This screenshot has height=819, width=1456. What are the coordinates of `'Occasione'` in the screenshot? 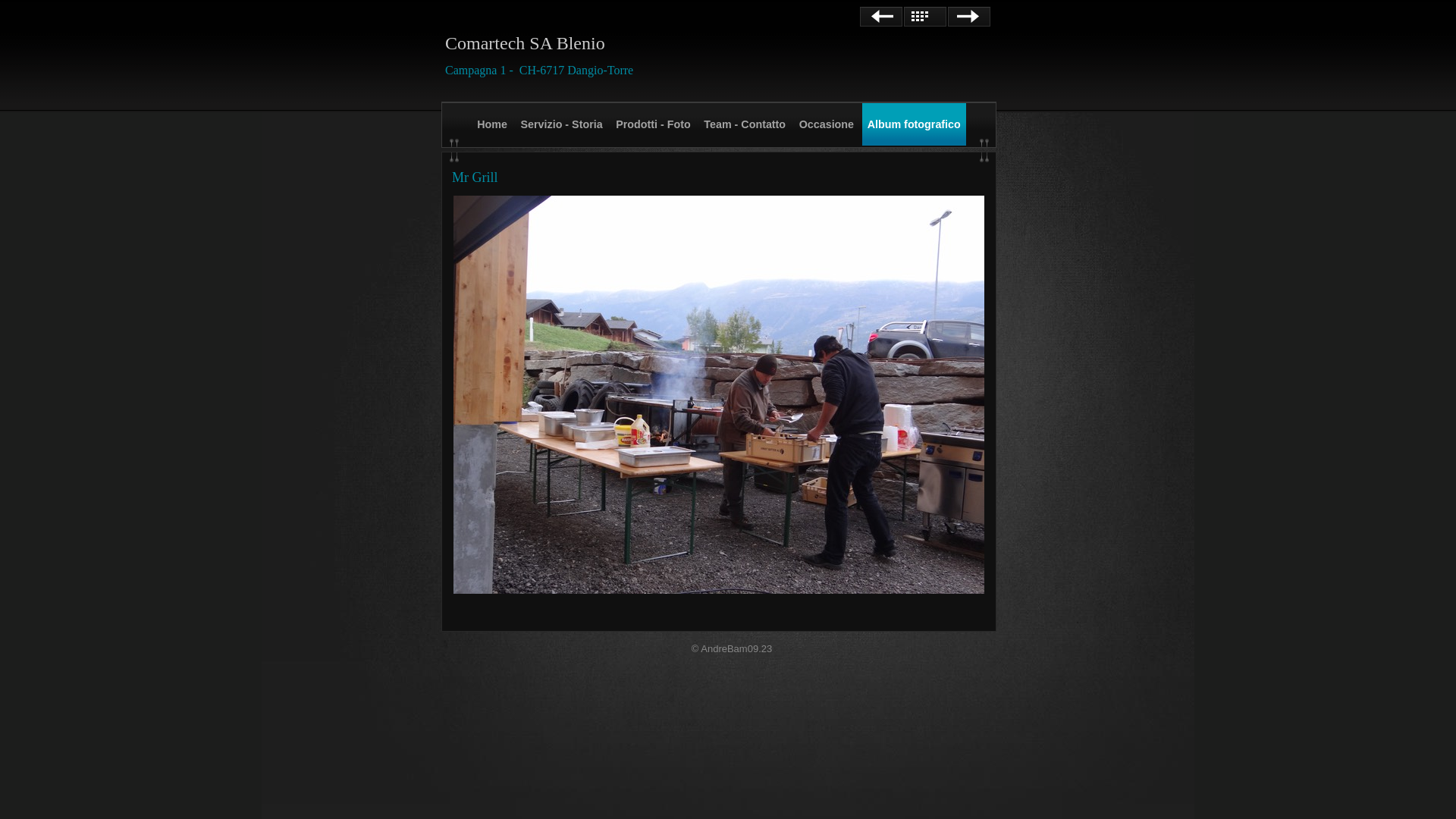 It's located at (825, 124).